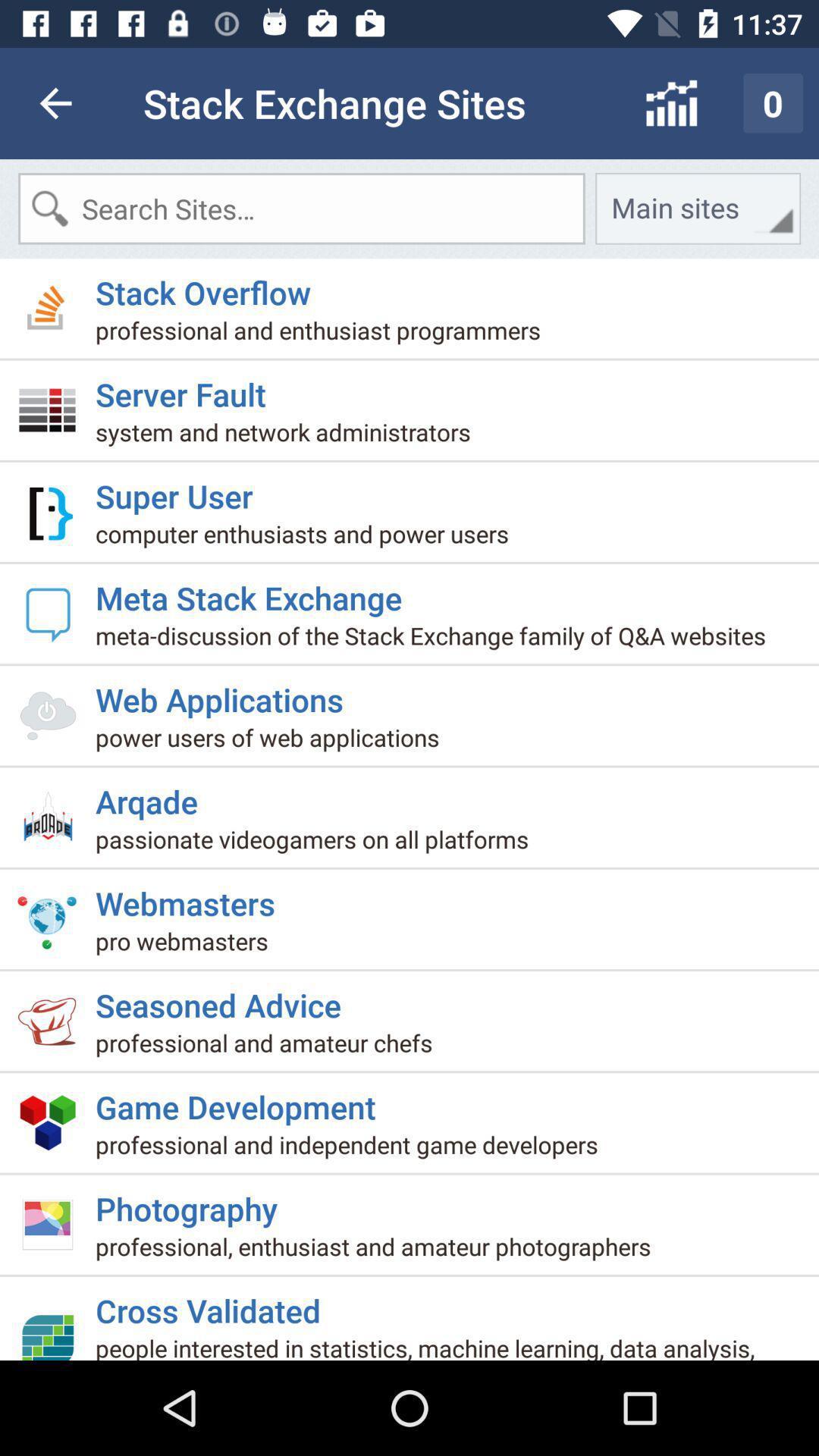 The height and width of the screenshot is (1456, 819). I want to click on server fault, so click(186, 388).